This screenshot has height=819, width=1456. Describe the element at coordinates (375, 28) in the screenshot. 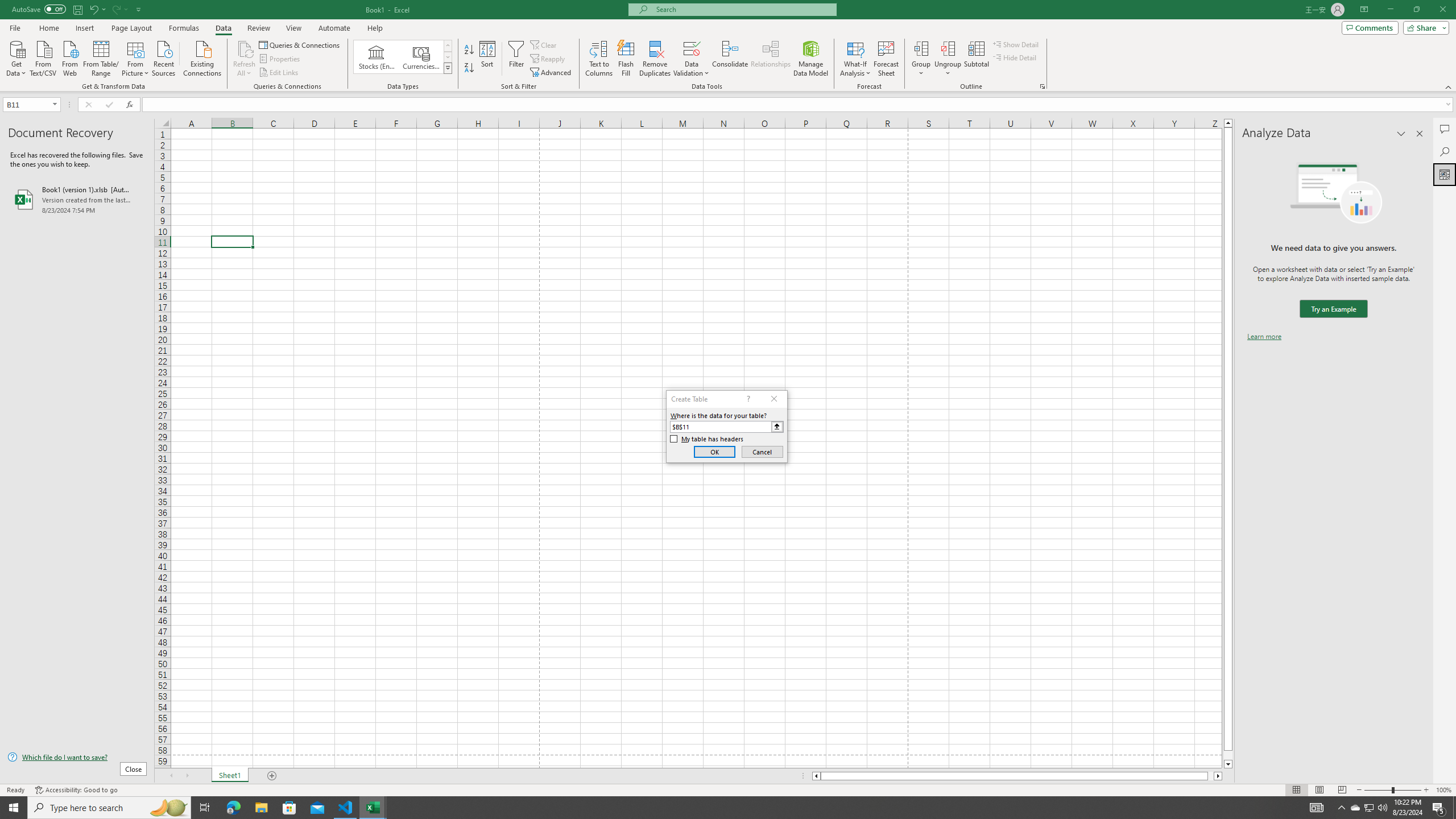

I see `'Help'` at that location.